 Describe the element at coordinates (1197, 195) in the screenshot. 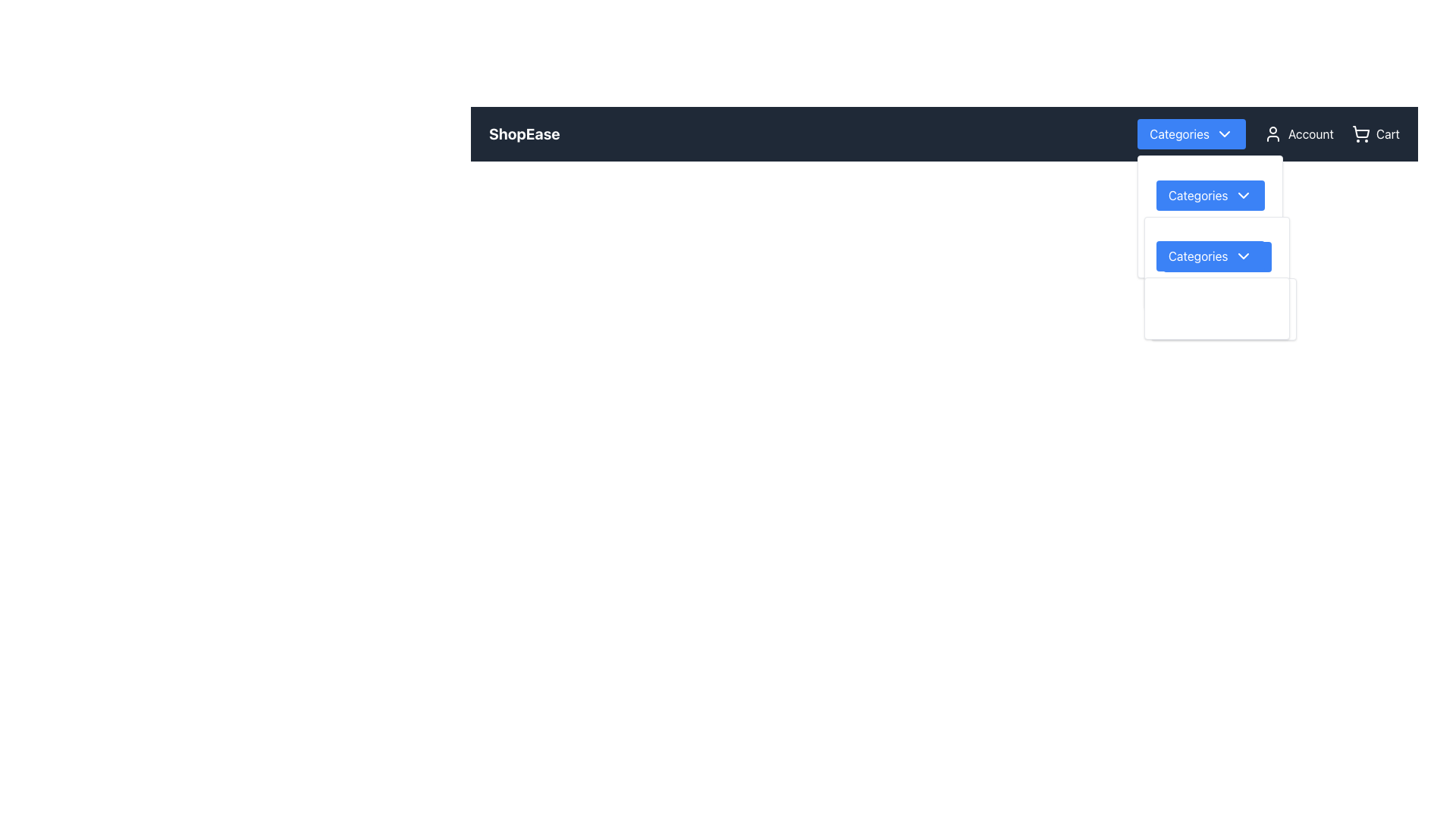

I see `the blue button containing the text label` at that location.